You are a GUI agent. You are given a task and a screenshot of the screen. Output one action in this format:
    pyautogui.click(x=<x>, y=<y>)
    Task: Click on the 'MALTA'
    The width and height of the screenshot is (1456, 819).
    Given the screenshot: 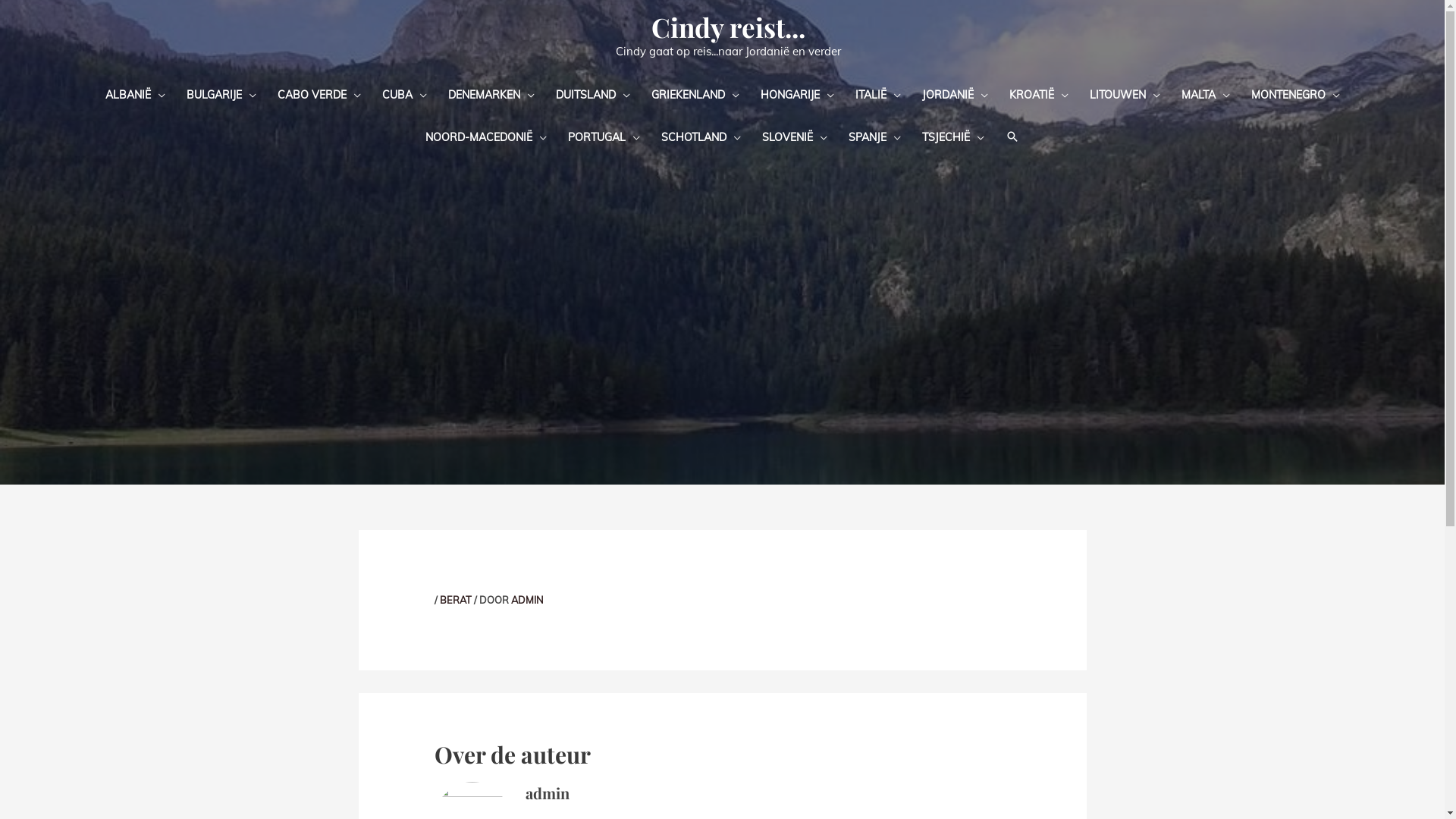 What is the action you would take?
    pyautogui.click(x=1204, y=93)
    